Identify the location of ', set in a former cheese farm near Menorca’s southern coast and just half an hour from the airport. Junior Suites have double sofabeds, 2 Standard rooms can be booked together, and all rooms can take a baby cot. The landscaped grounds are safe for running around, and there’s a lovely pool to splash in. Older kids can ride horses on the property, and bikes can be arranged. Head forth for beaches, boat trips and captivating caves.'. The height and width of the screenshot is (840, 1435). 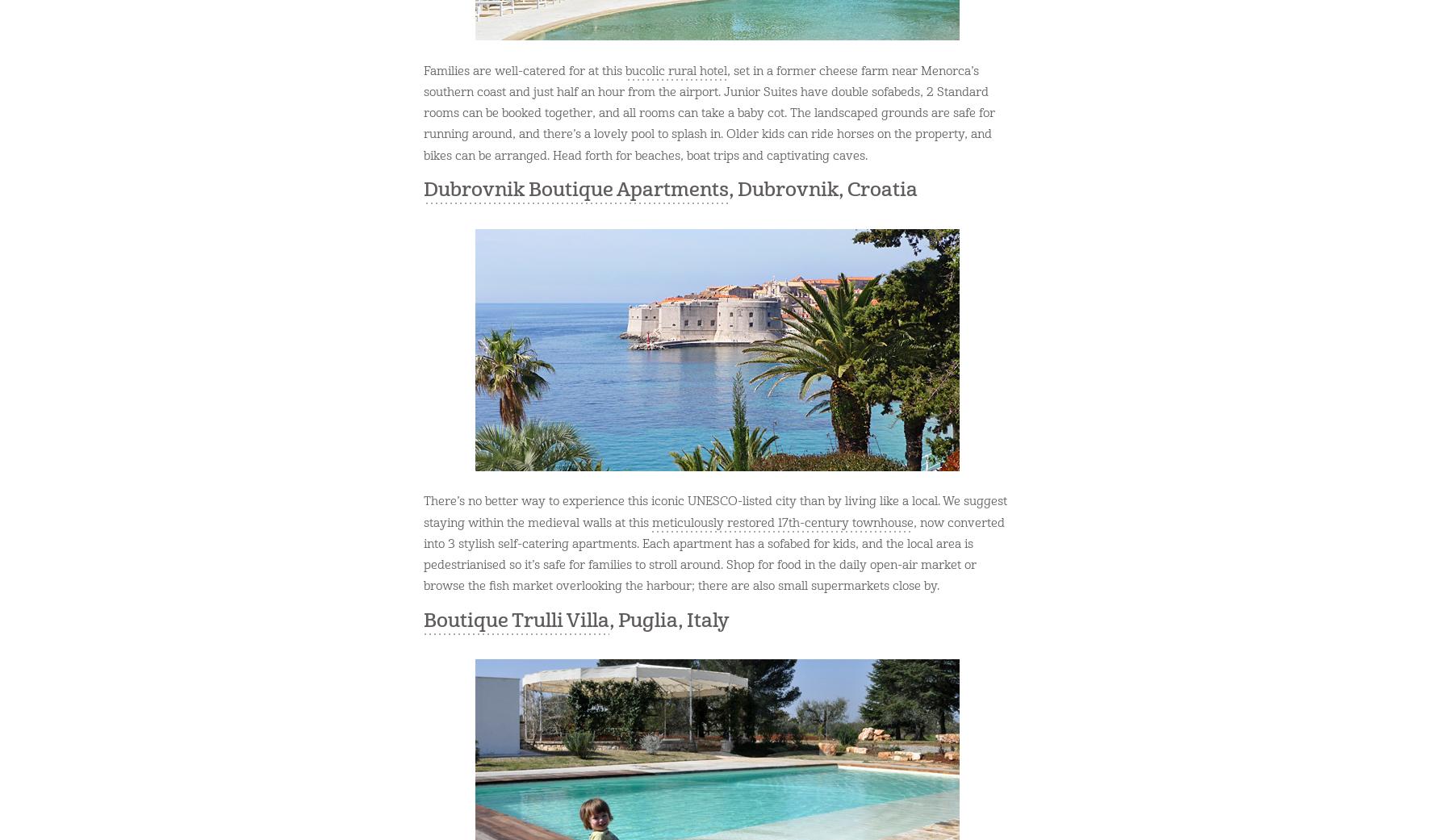
(709, 113).